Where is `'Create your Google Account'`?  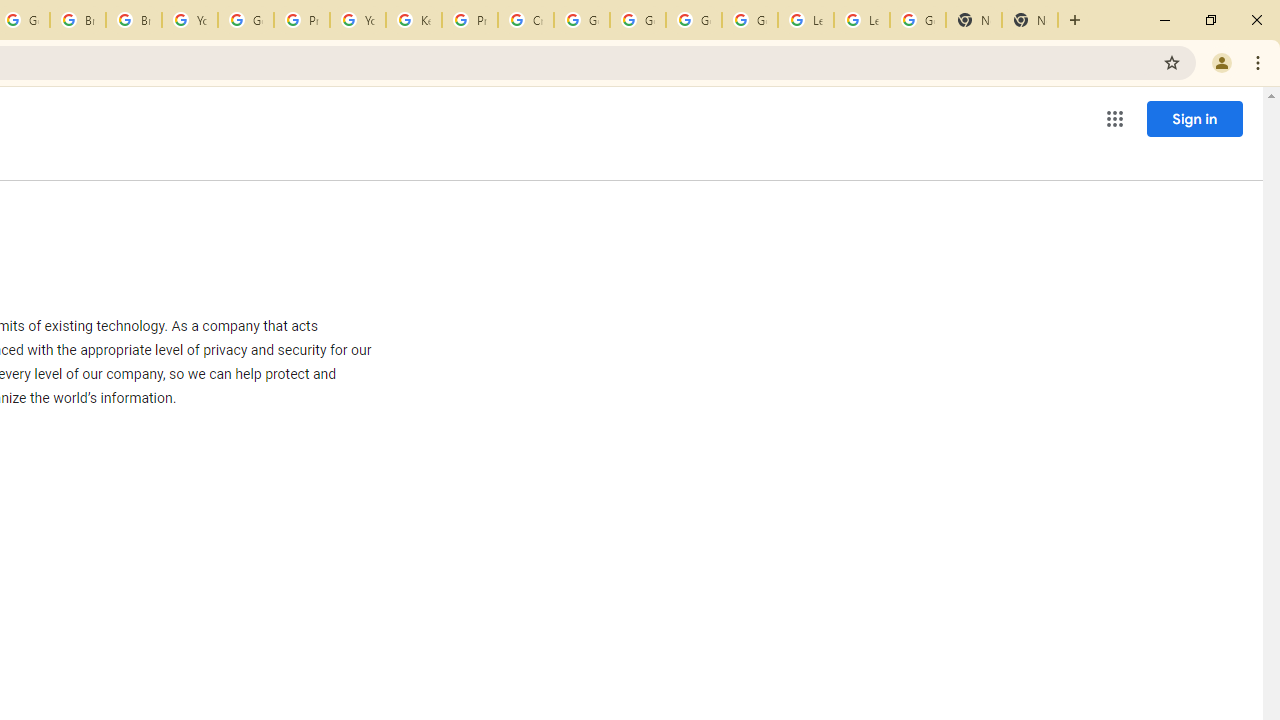
'Create your Google Account' is located at coordinates (526, 20).